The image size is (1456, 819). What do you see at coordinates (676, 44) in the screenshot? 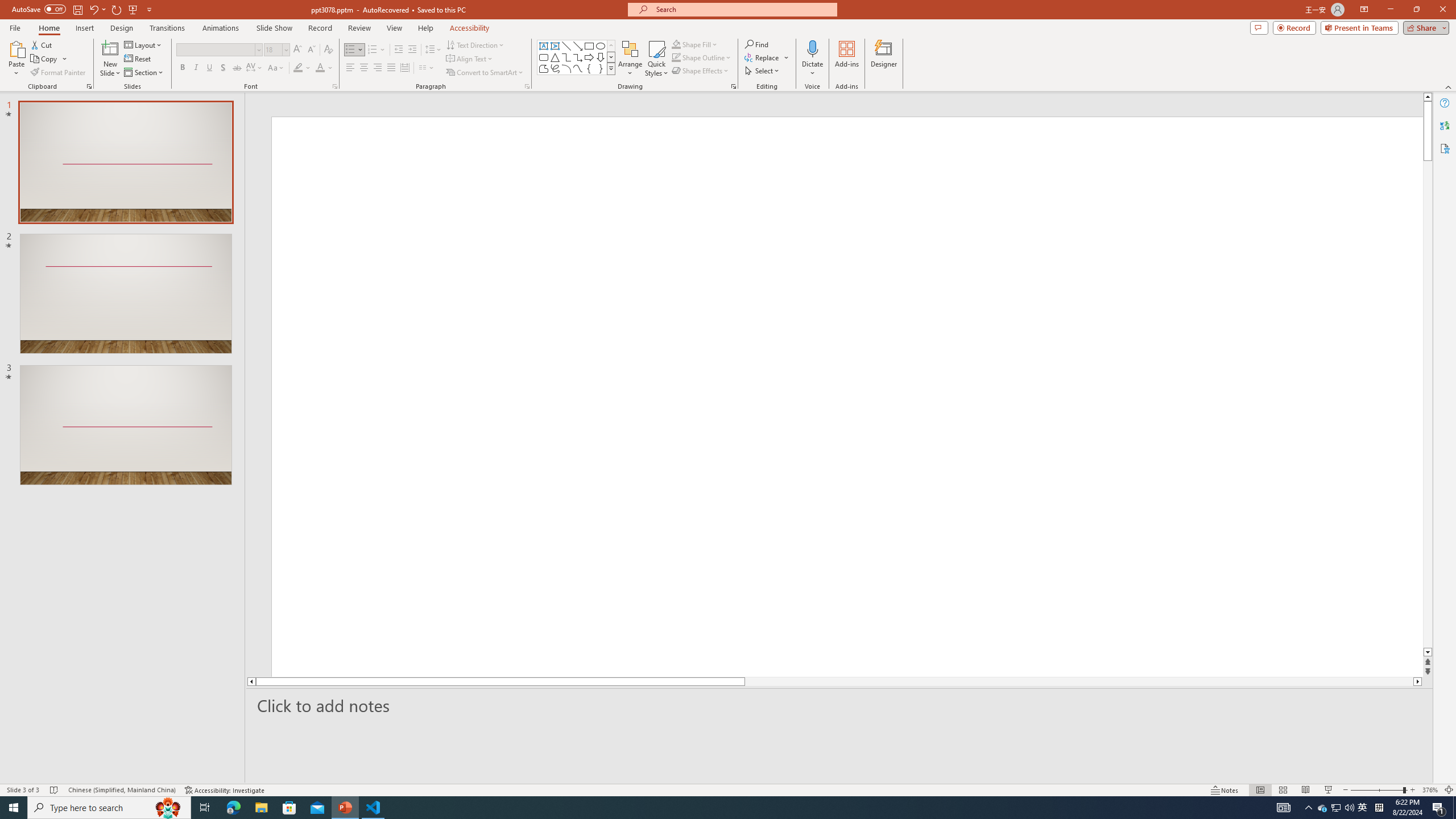
I see `'Shape Fill Dark Green, Accent 2'` at bounding box center [676, 44].